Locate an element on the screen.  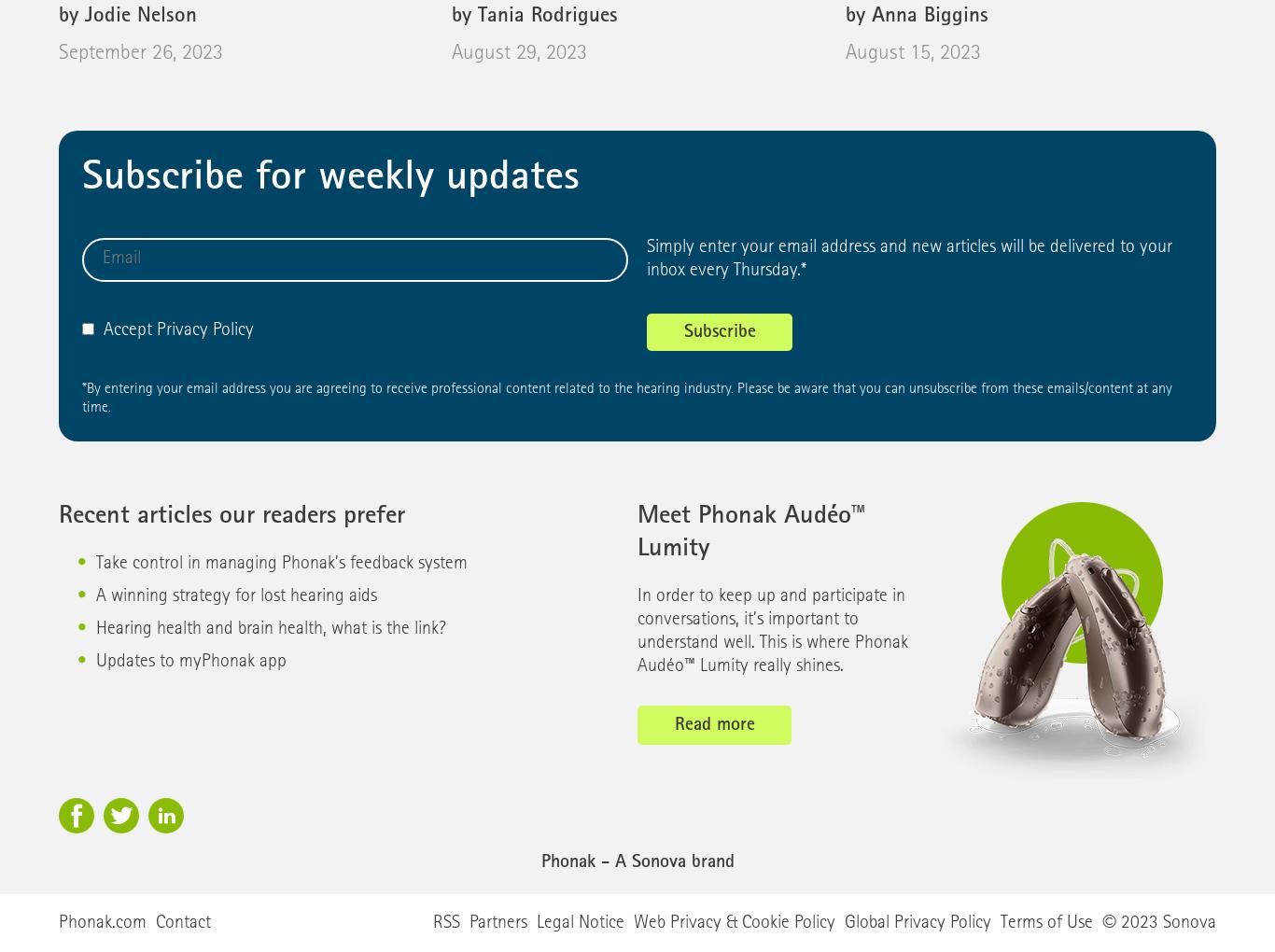
'Hearing health and brain health, what is the link?' is located at coordinates (95, 630).